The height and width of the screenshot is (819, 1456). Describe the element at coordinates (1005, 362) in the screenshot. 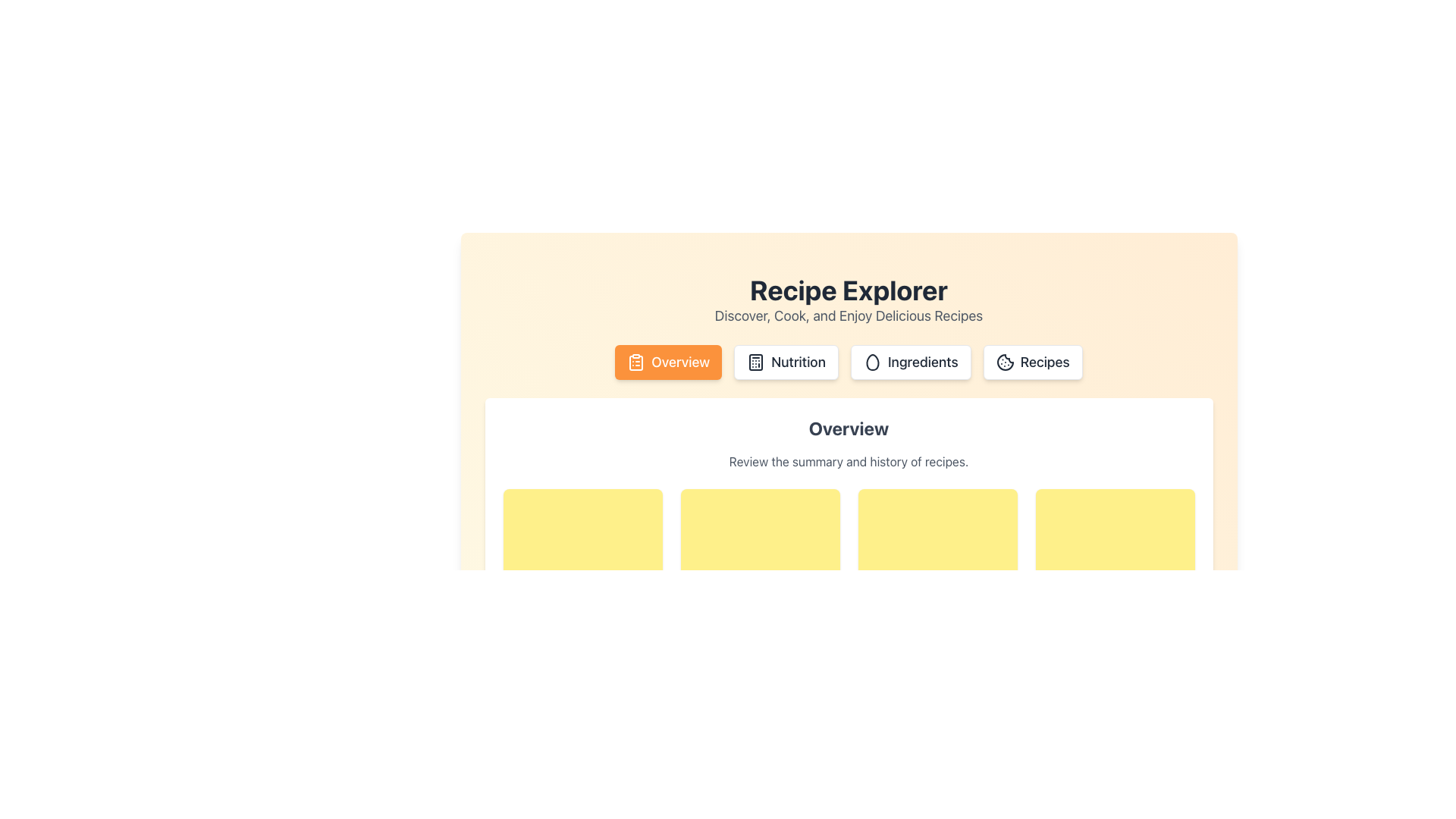

I see `the cookie icon within the 'Recipes' button in the top navigation area` at that location.